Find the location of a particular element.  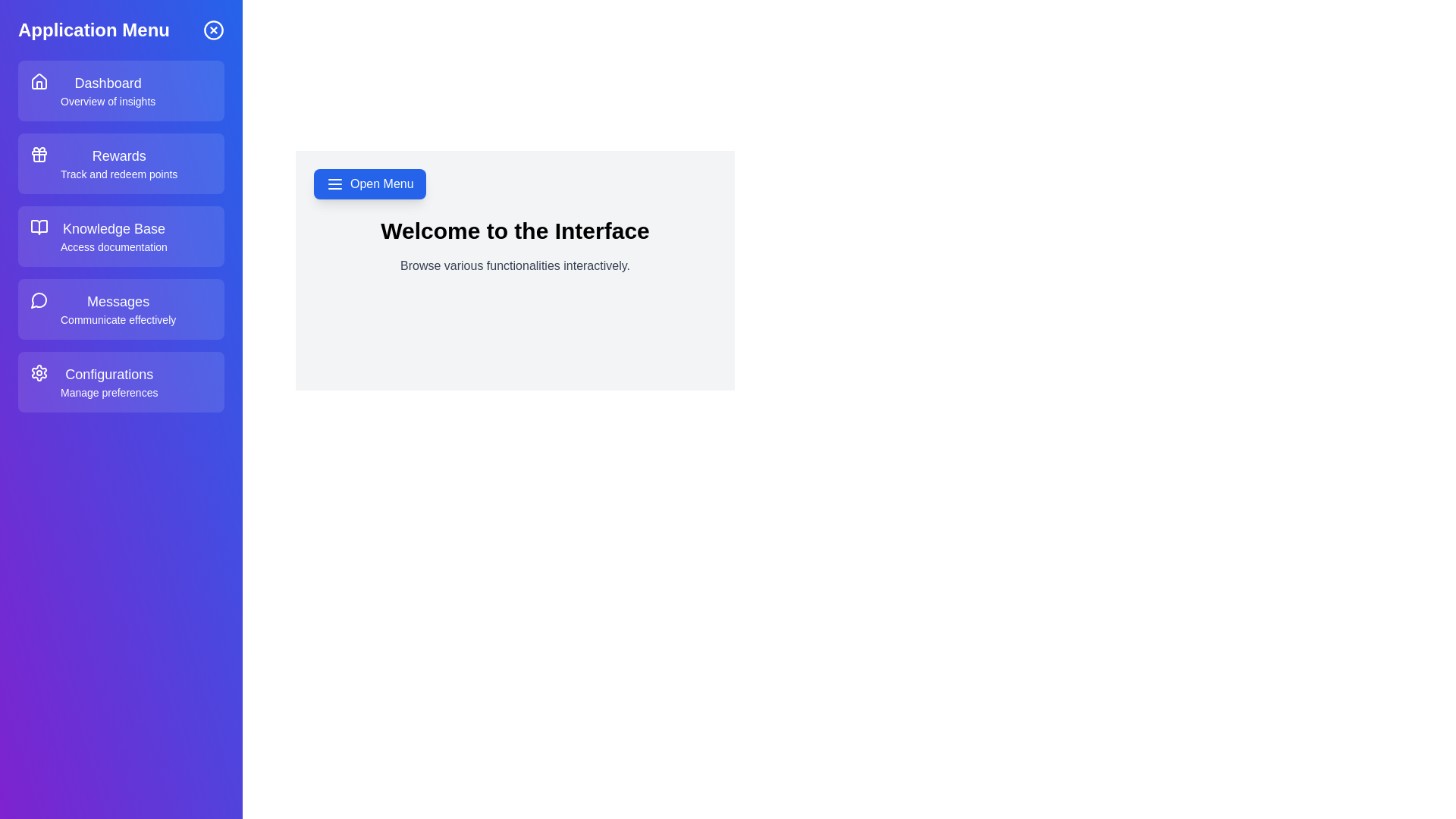

the menu item labeled Configurations is located at coordinates (120, 381).